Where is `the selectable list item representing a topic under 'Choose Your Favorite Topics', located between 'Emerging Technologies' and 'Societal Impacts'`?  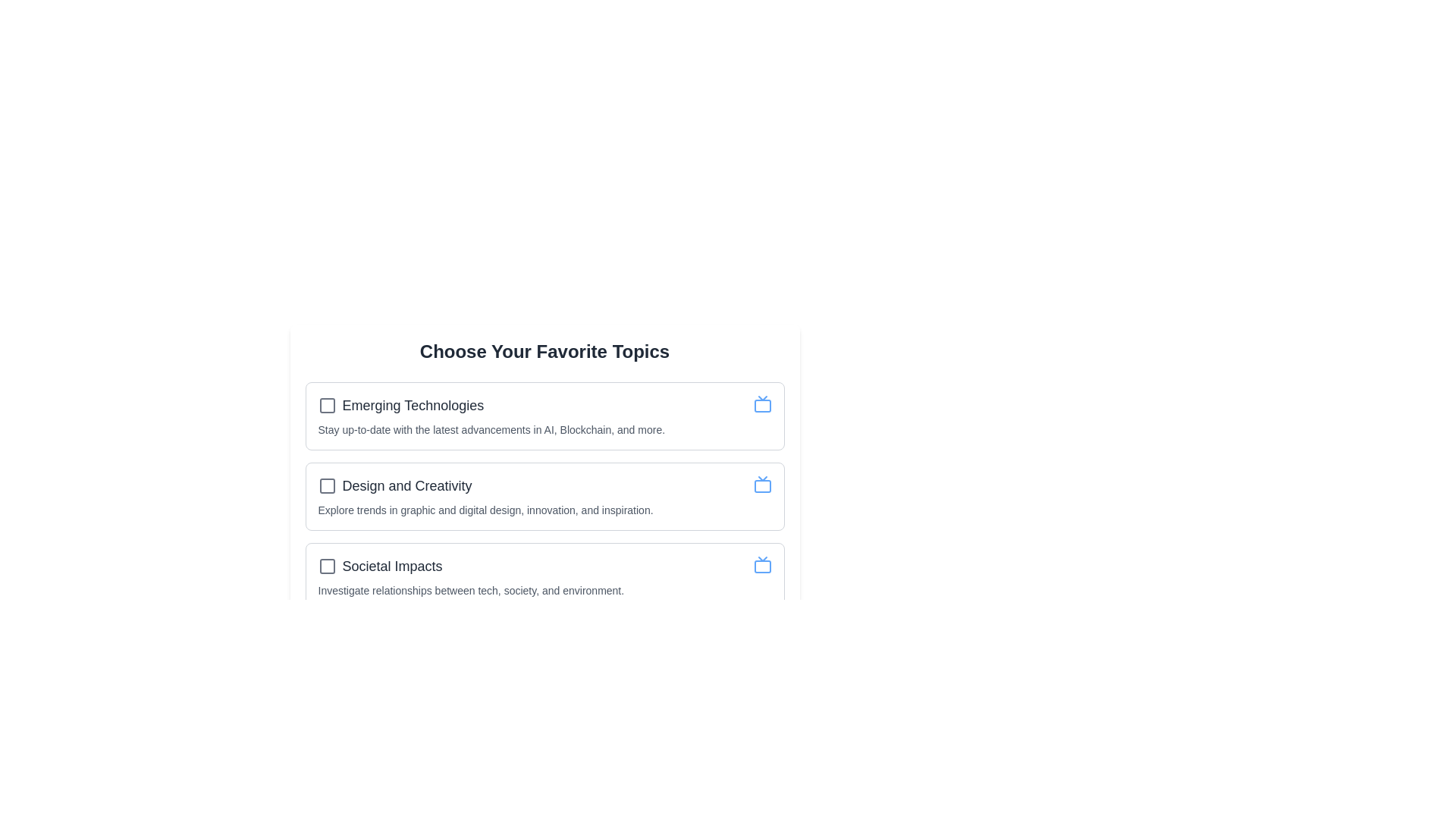
the selectable list item representing a topic under 'Choose Your Favorite Topics', located between 'Emerging Technologies' and 'Societal Impacts' is located at coordinates (544, 485).